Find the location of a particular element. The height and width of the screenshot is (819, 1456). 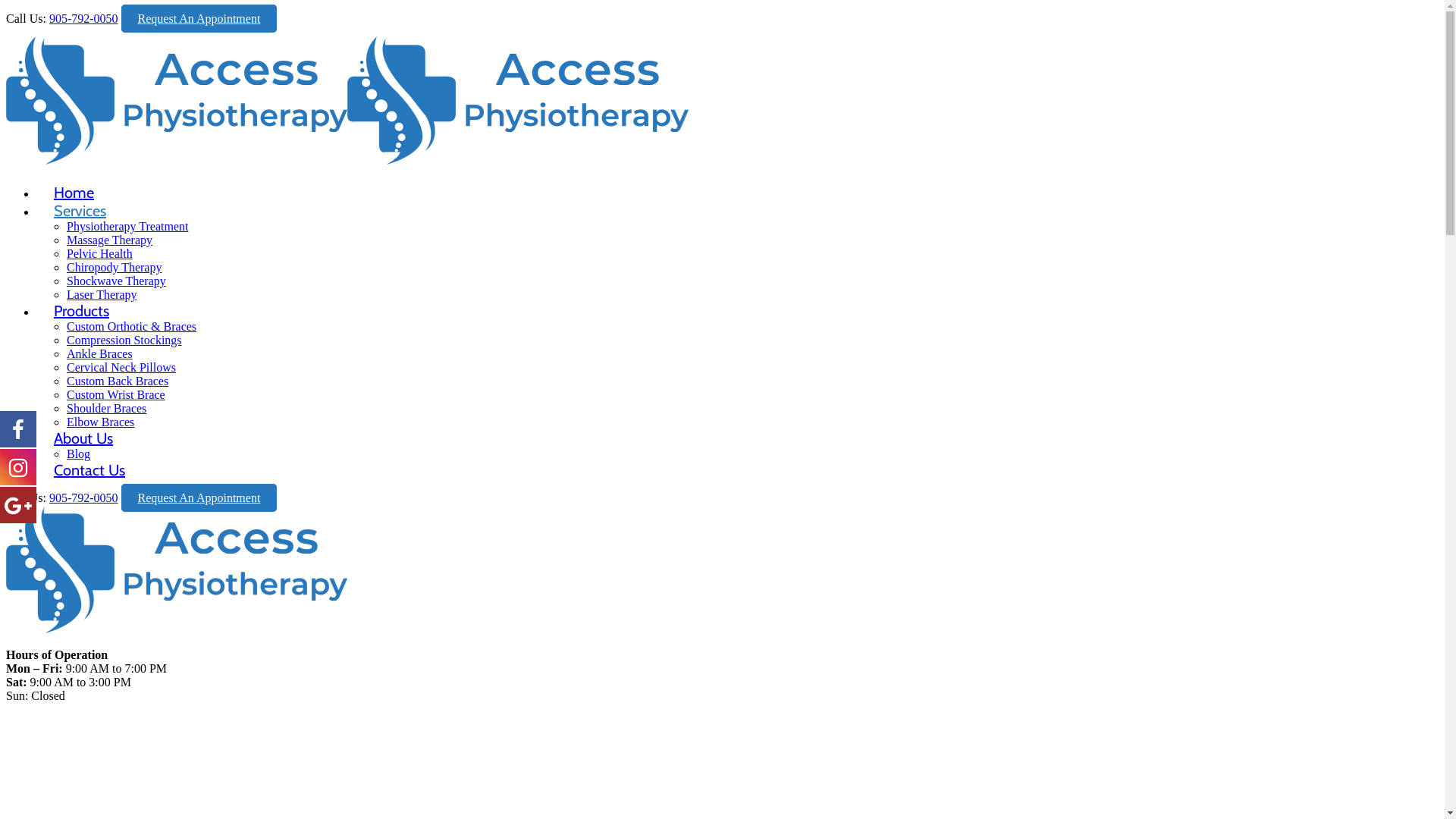

'Custom Back Braces' is located at coordinates (116, 380).